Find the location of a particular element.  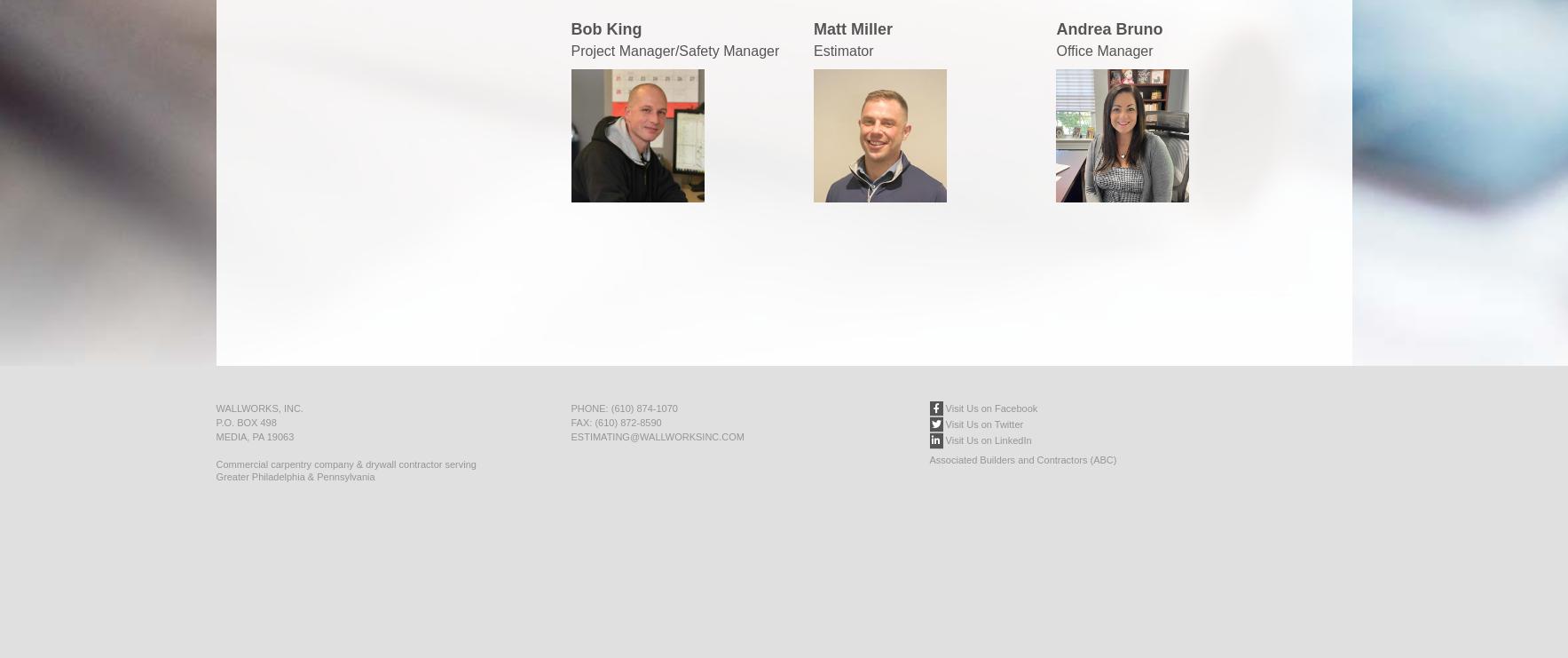

'ESTIMATING@WALLWORKSINC.COM' is located at coordinates (657, 437).